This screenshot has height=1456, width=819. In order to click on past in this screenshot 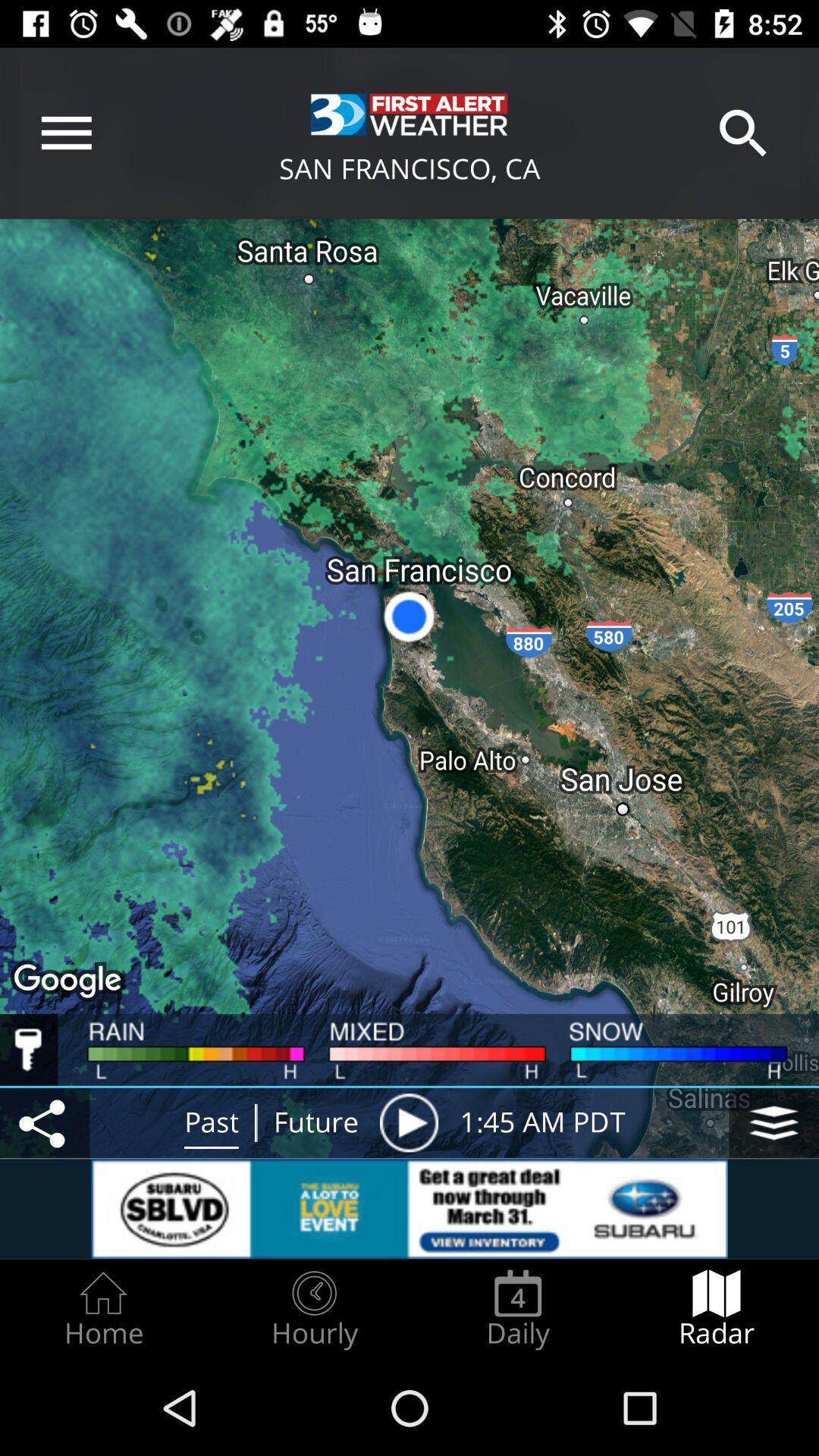, I will do `click(211, 1123)`.